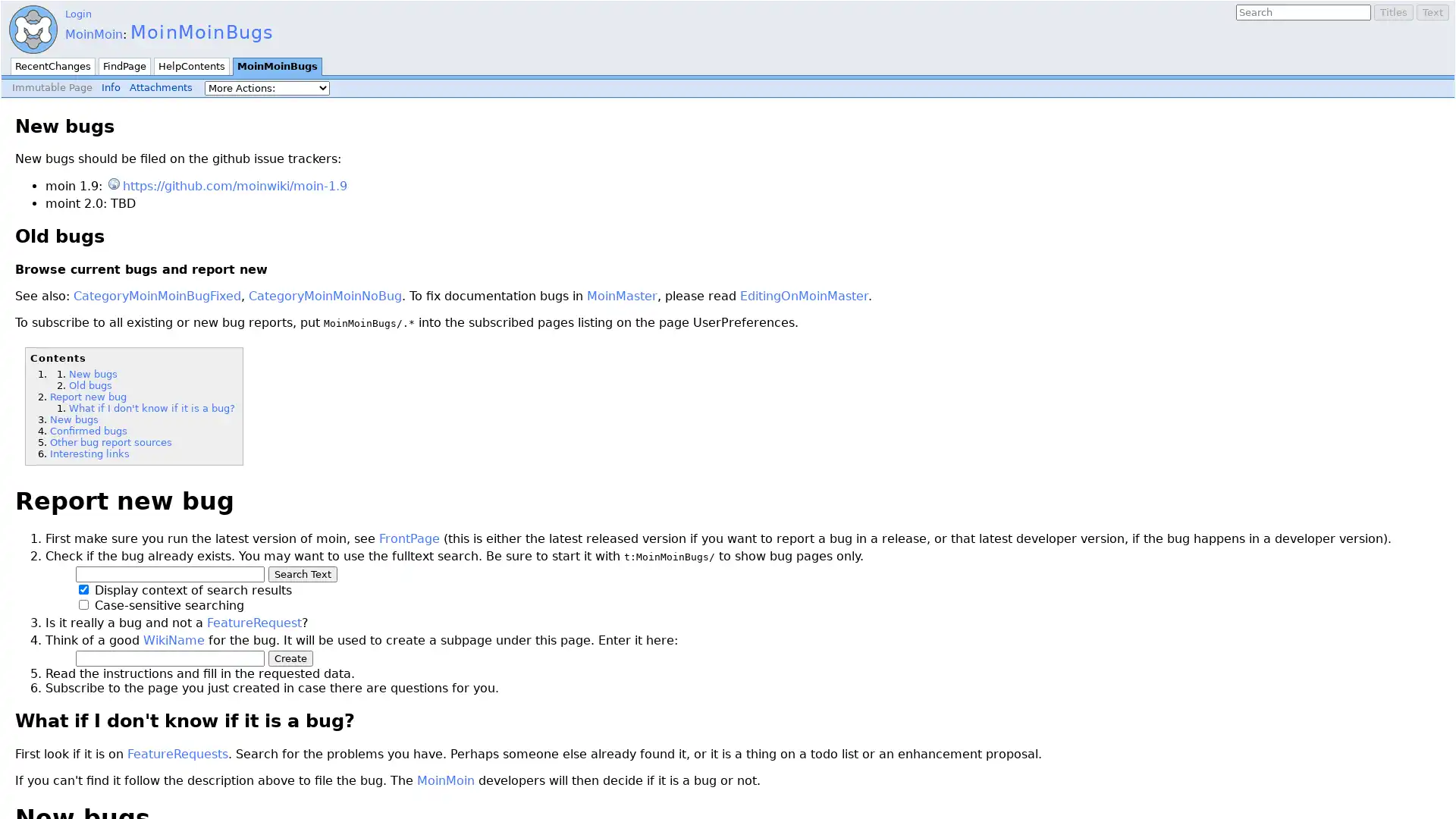 The image size is (1456, 819). What do you see at coordinates (303, 574) in the screenshot?
I see `Search Text` at bounding box center [303, 574].